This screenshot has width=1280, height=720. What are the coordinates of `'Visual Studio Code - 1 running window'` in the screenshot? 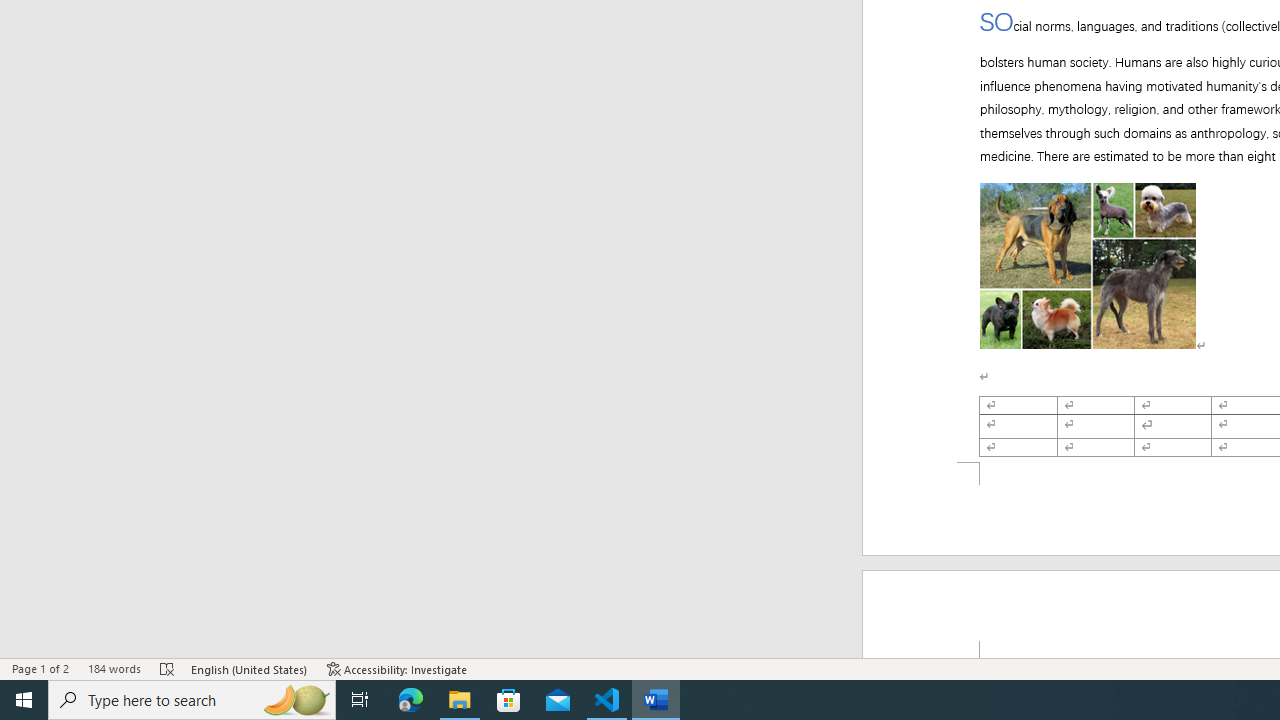 It's located at (606, 698).